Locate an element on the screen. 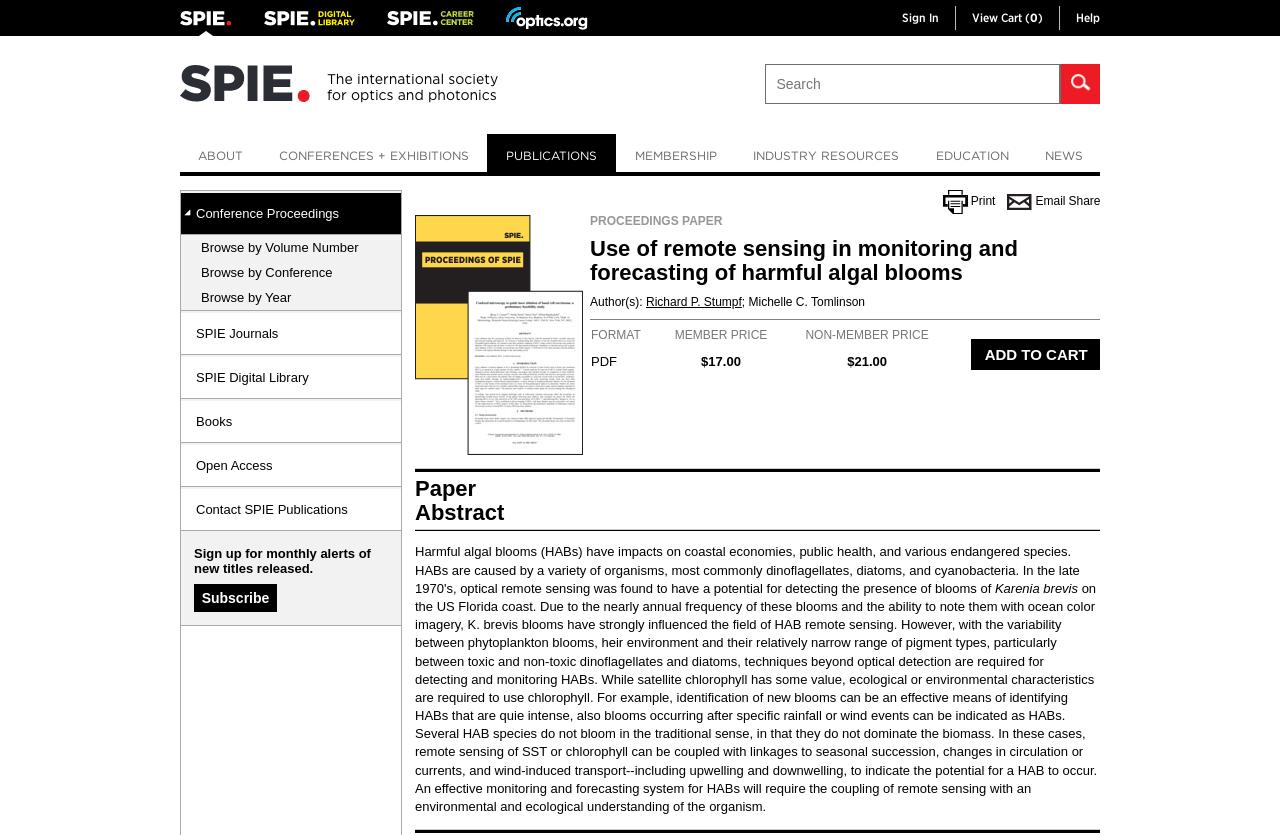 The height and width of the screenshot is (835, 1280). 'Add to cart' is located at coordinates (1035, 354).